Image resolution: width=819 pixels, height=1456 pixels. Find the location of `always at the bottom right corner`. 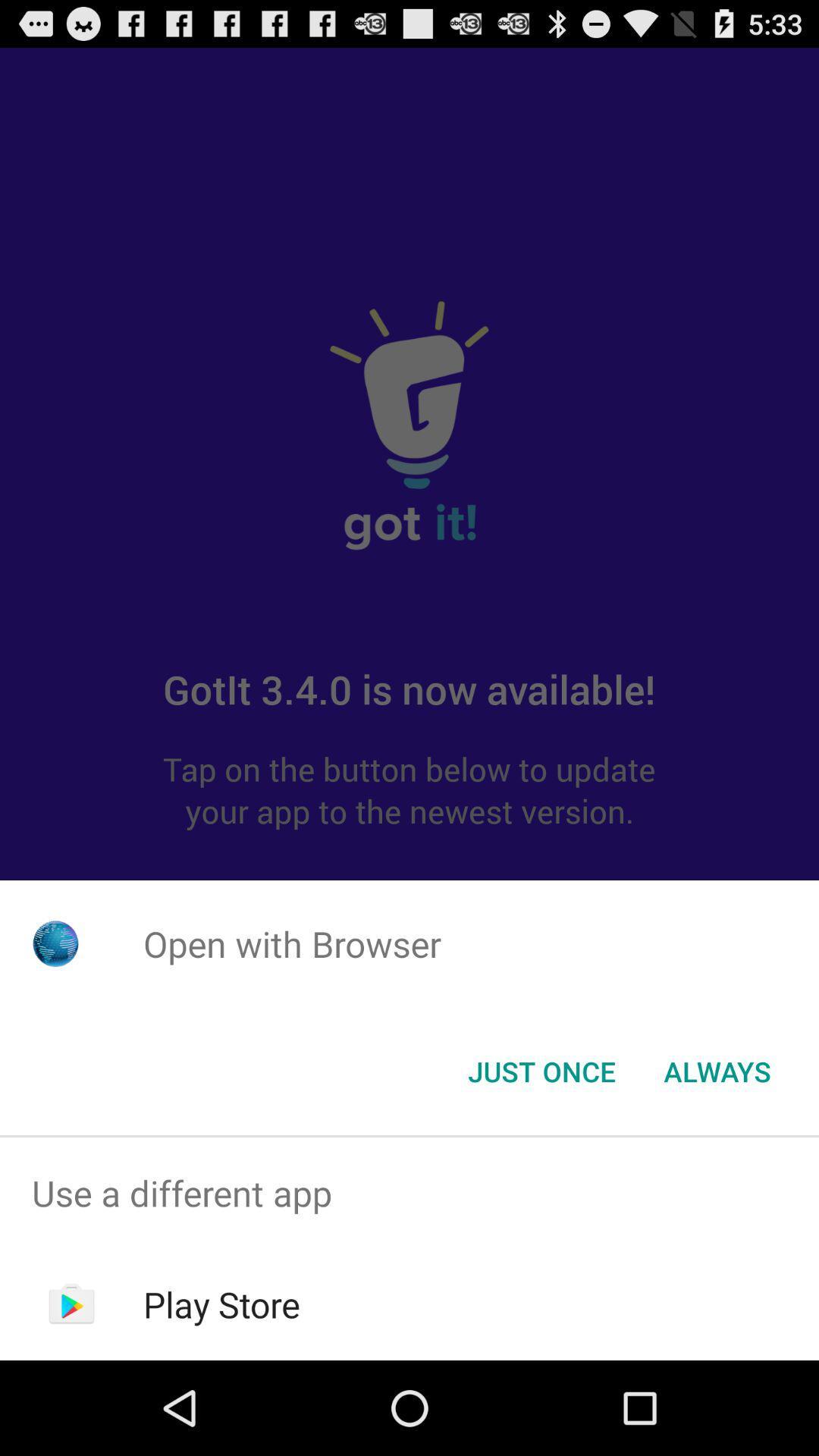

always at the bottom right corner is located at coordinates (717, 1070).